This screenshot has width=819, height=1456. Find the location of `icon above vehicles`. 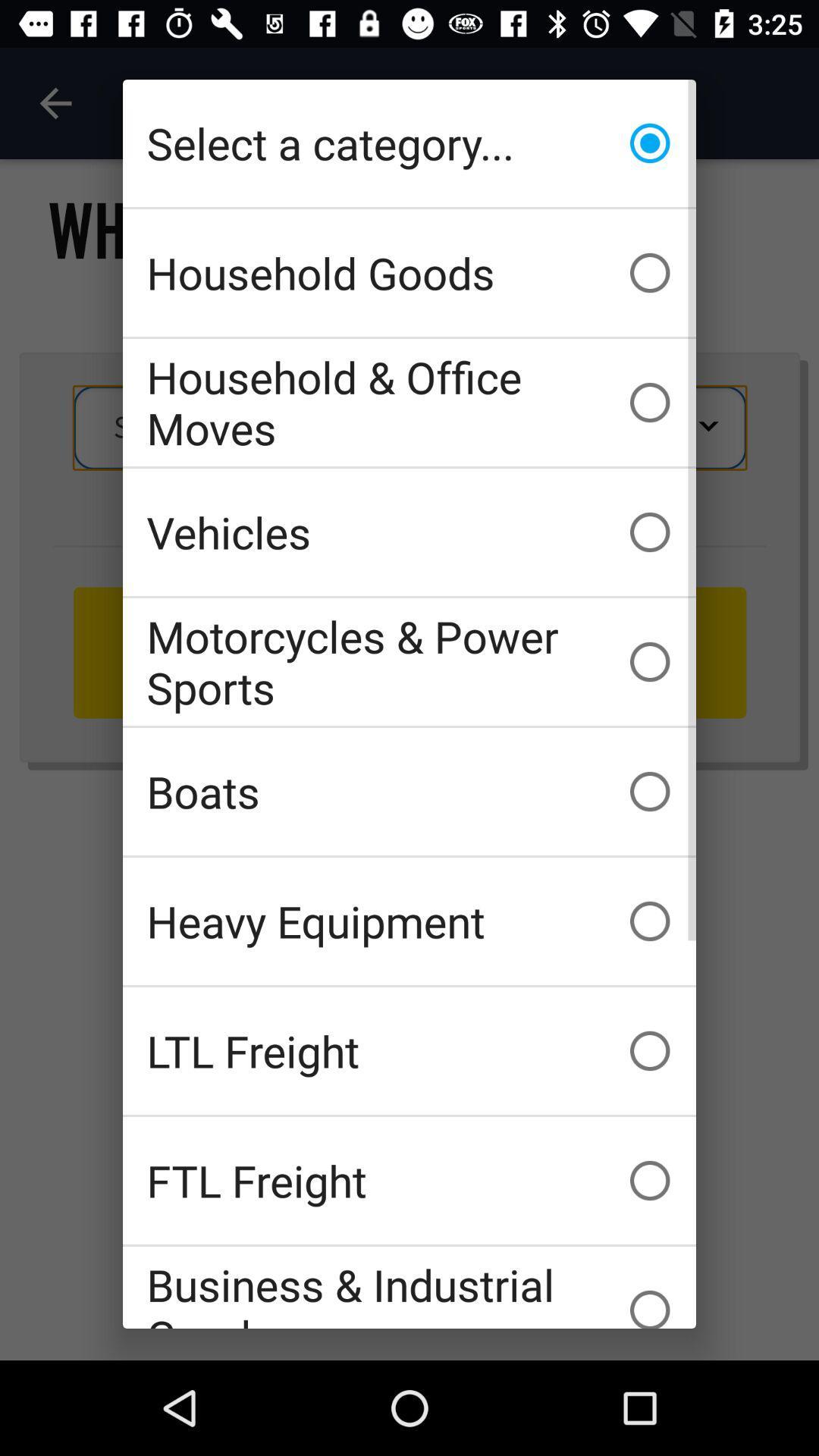

icon above vehicles is located at coordinates (409, 403).